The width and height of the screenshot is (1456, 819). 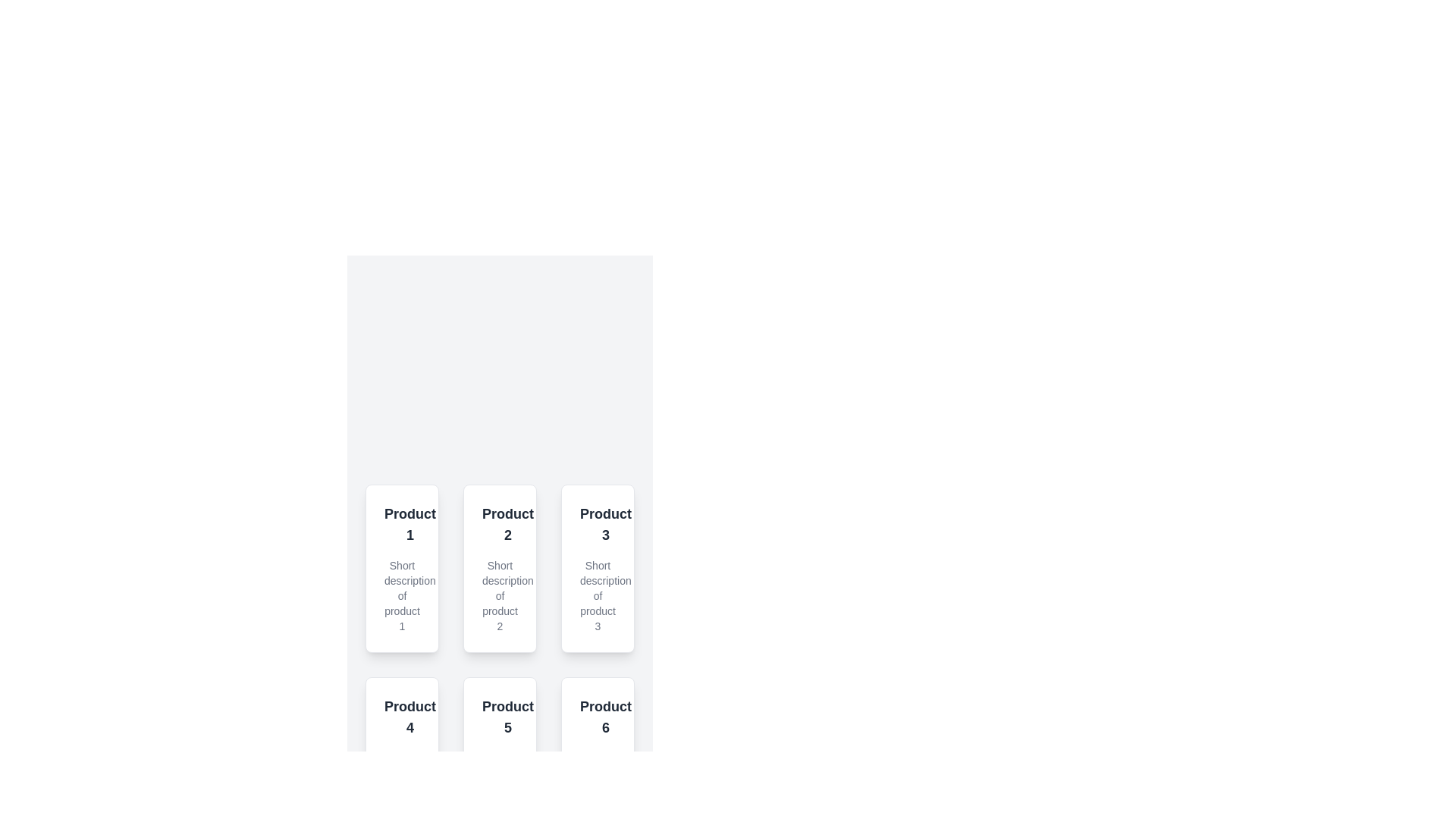 I want to click on the 'Product 3' text label which is displayed in bold and larger font at the top of its product card layout, so click(x=597, y=523).